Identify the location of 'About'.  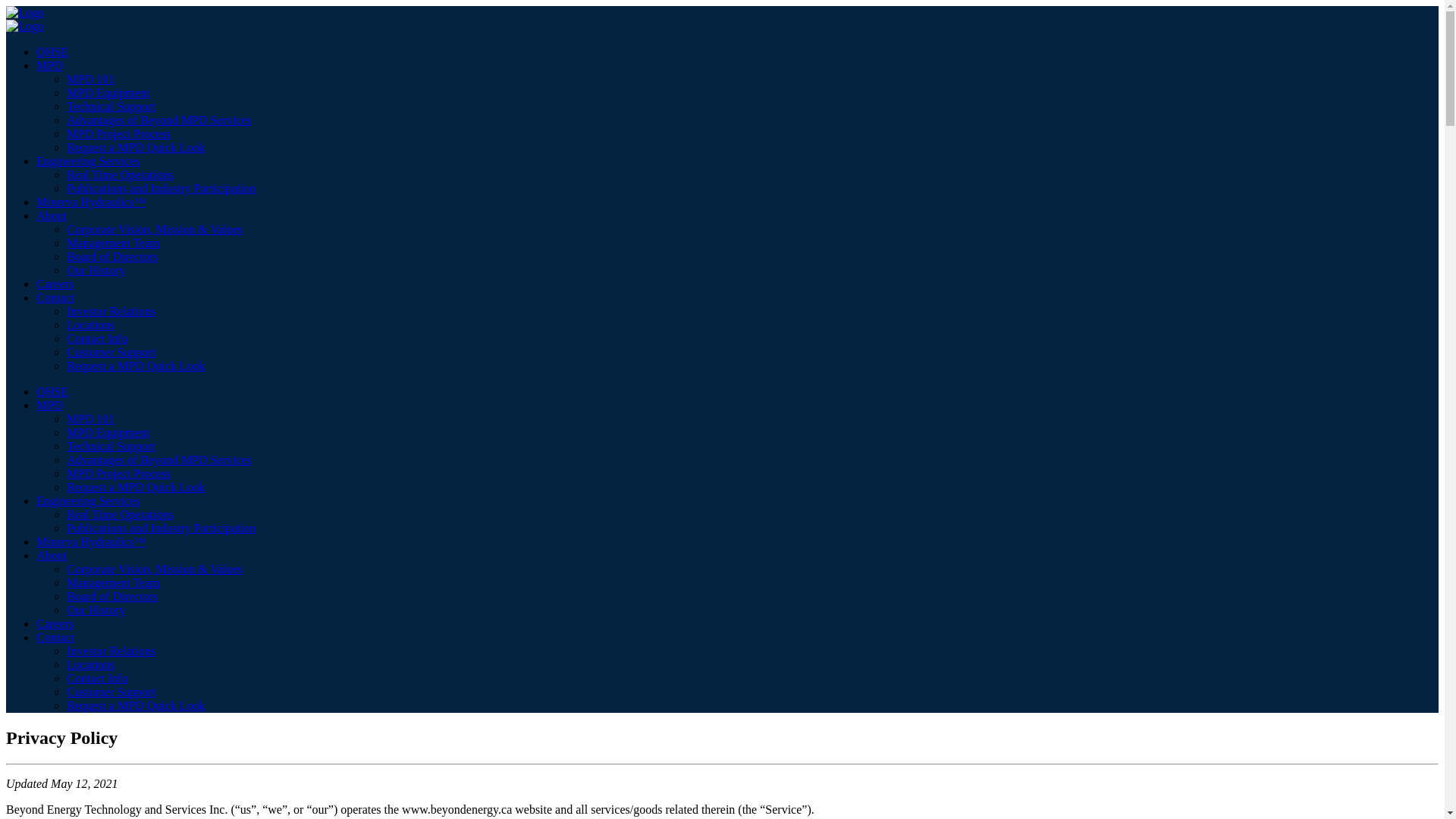
(51, 215).